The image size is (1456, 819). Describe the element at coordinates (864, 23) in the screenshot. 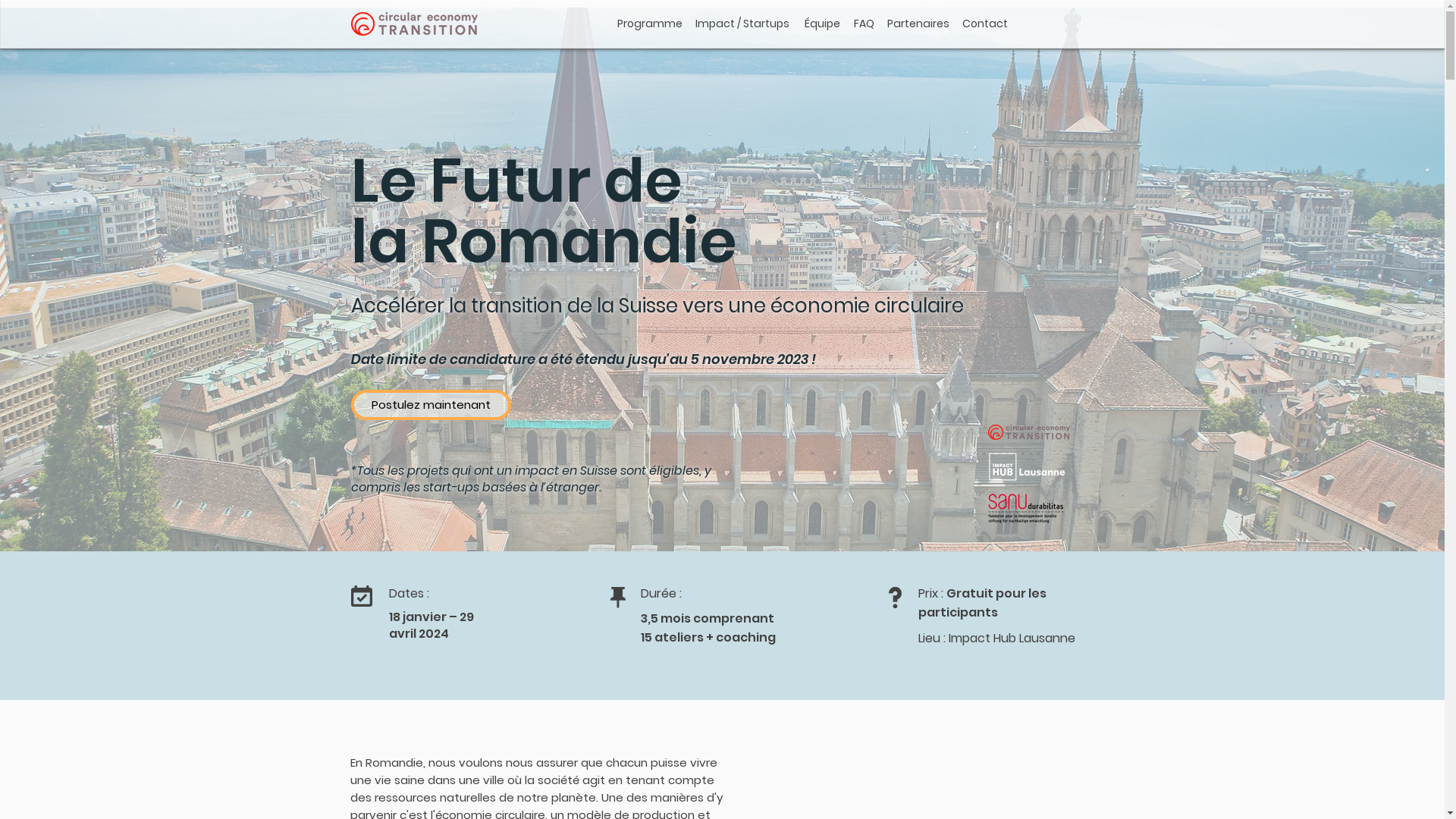

I see `'FAQ'` at that location.